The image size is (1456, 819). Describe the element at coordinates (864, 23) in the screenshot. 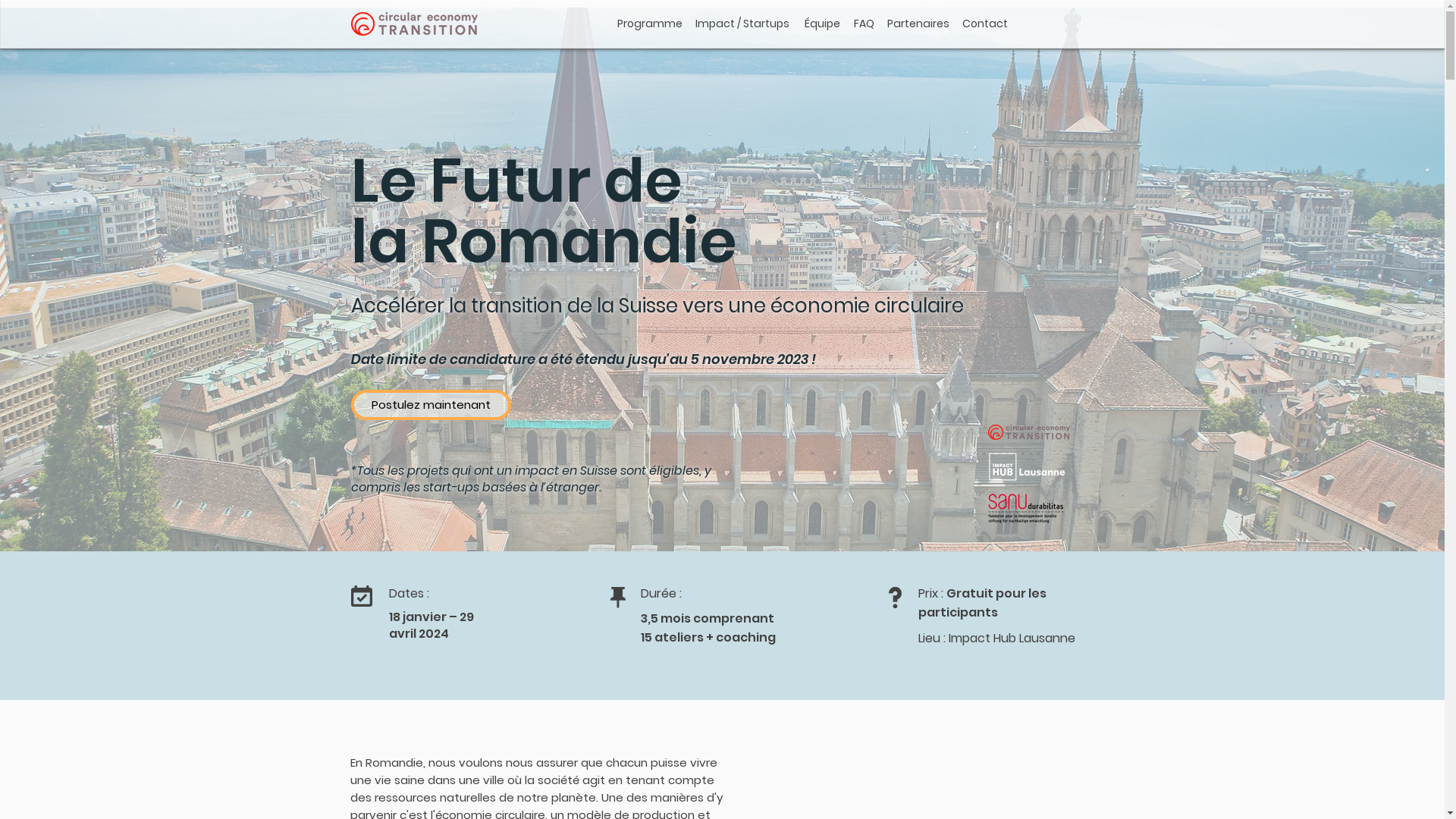

I see `'FAQ'` at that location.